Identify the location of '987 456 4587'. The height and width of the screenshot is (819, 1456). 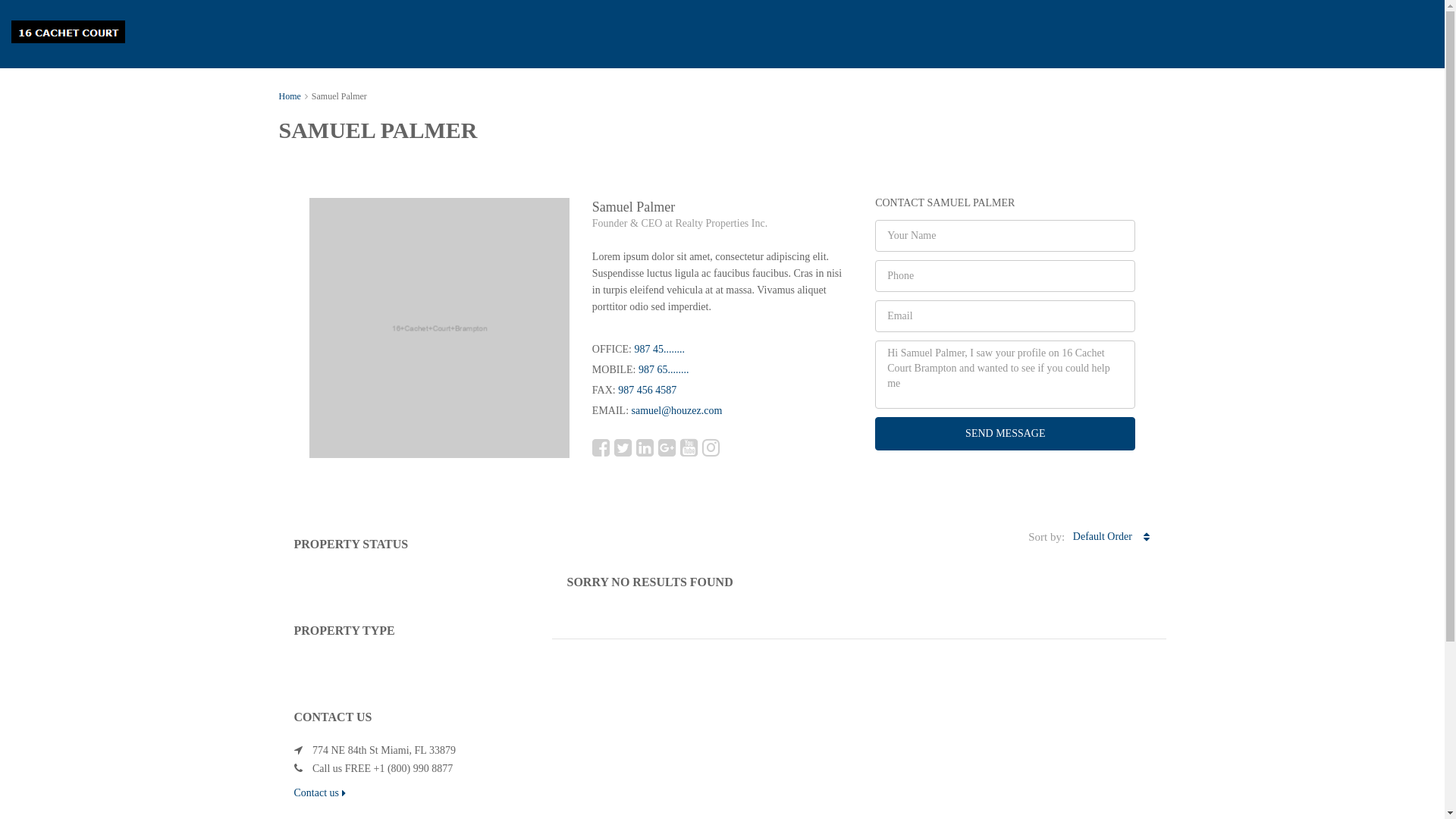
(647, 389).